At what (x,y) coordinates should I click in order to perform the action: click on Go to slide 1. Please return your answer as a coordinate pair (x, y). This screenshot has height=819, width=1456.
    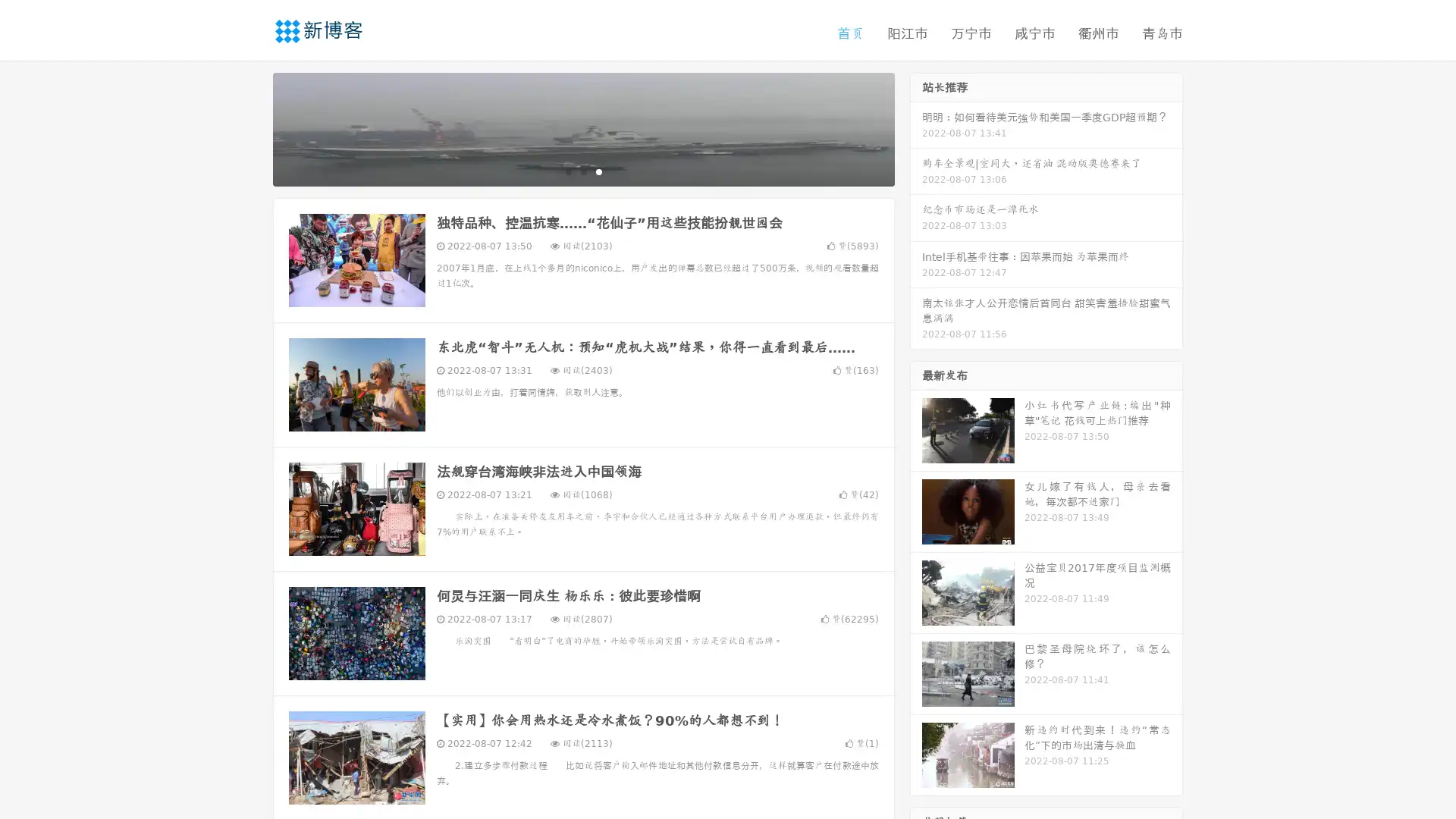
    Looking at the image, I should click on (567, 171).